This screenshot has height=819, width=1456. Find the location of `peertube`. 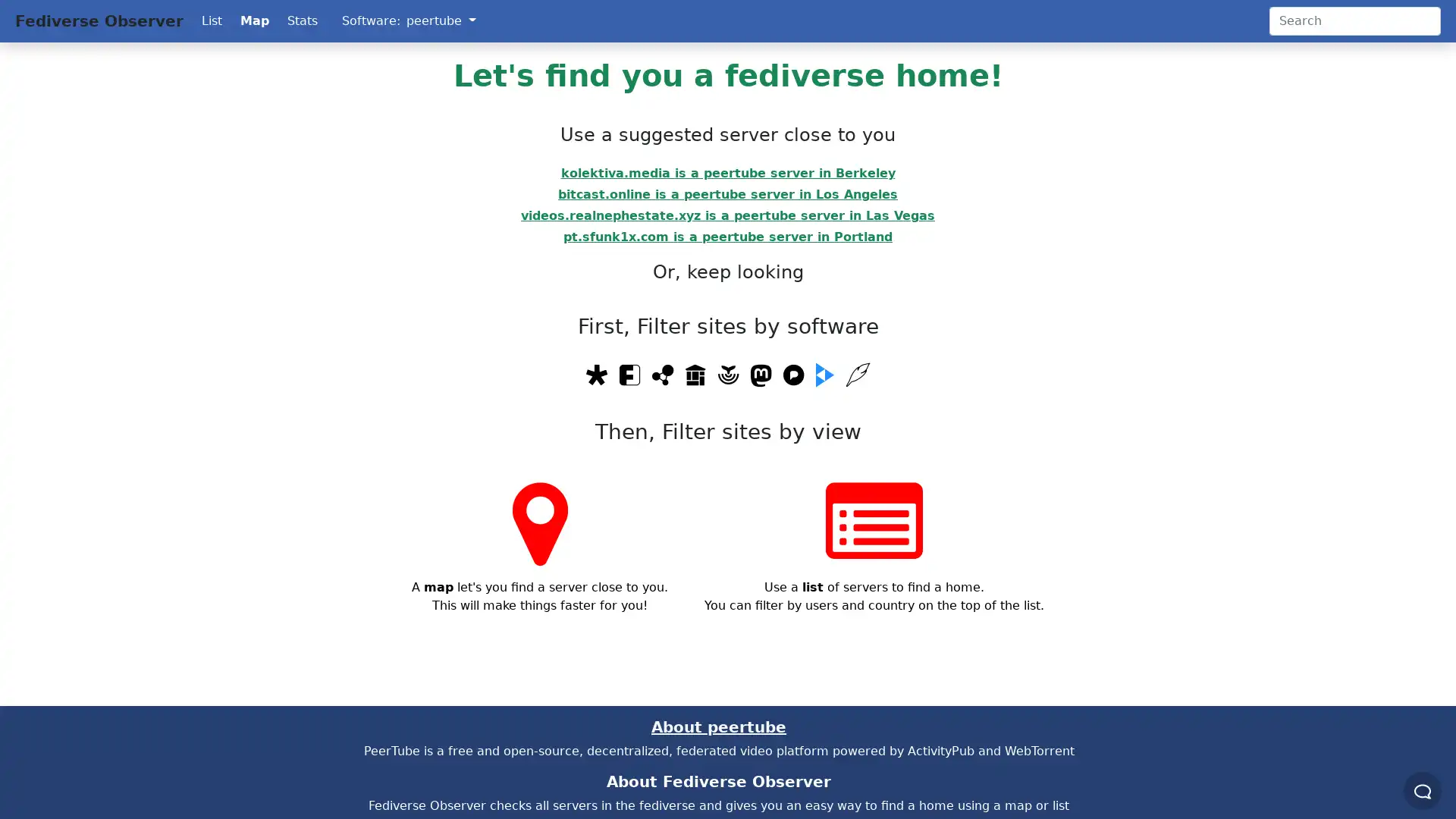

peertube is located at coordinates (440, 20).